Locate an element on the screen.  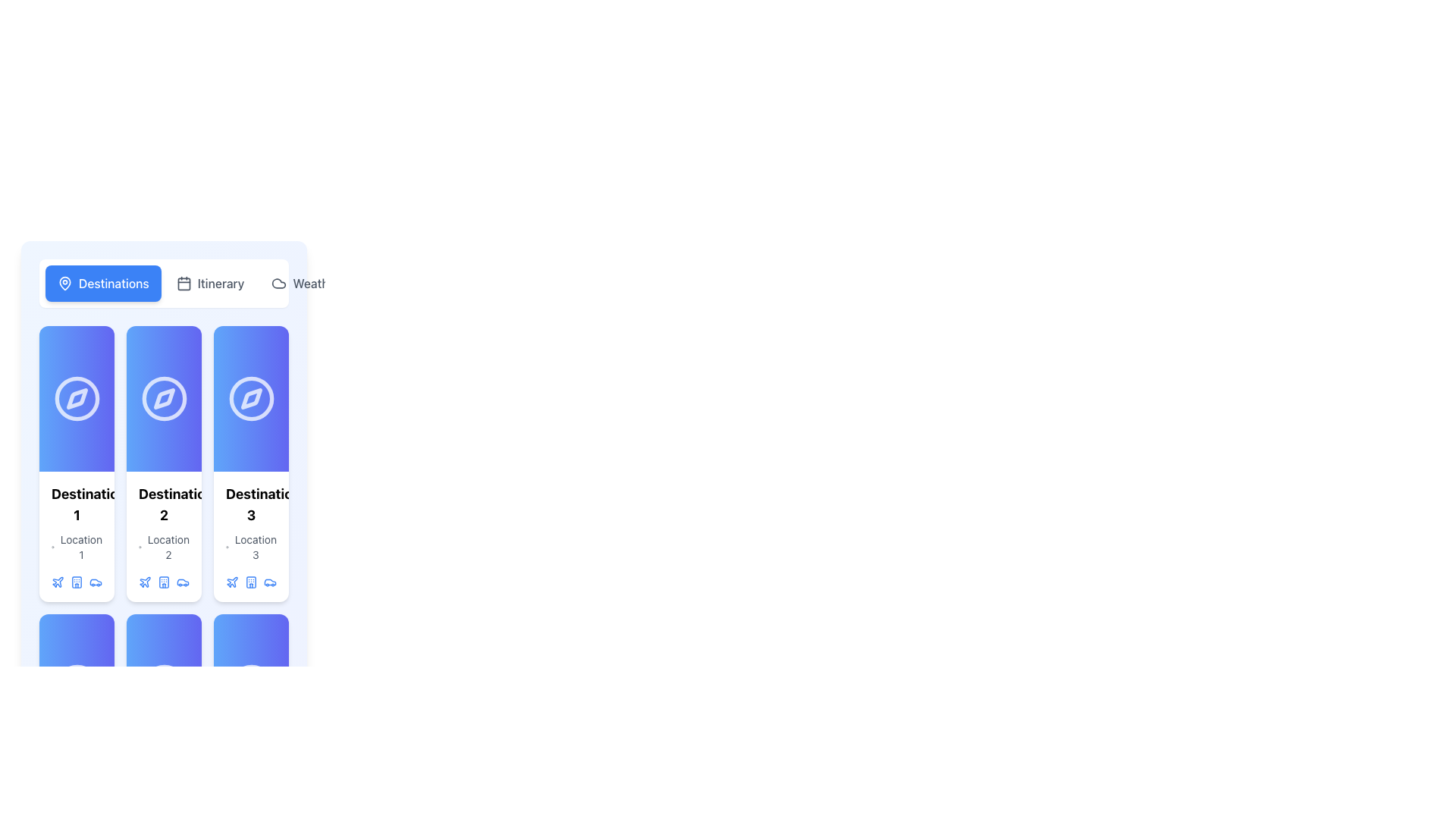
the 'Location 1' text label with icon, which is styled in gray and located under the 'Destination 1' label in the first card of the 'Destinations' tab is located at coordinates (76, 547).